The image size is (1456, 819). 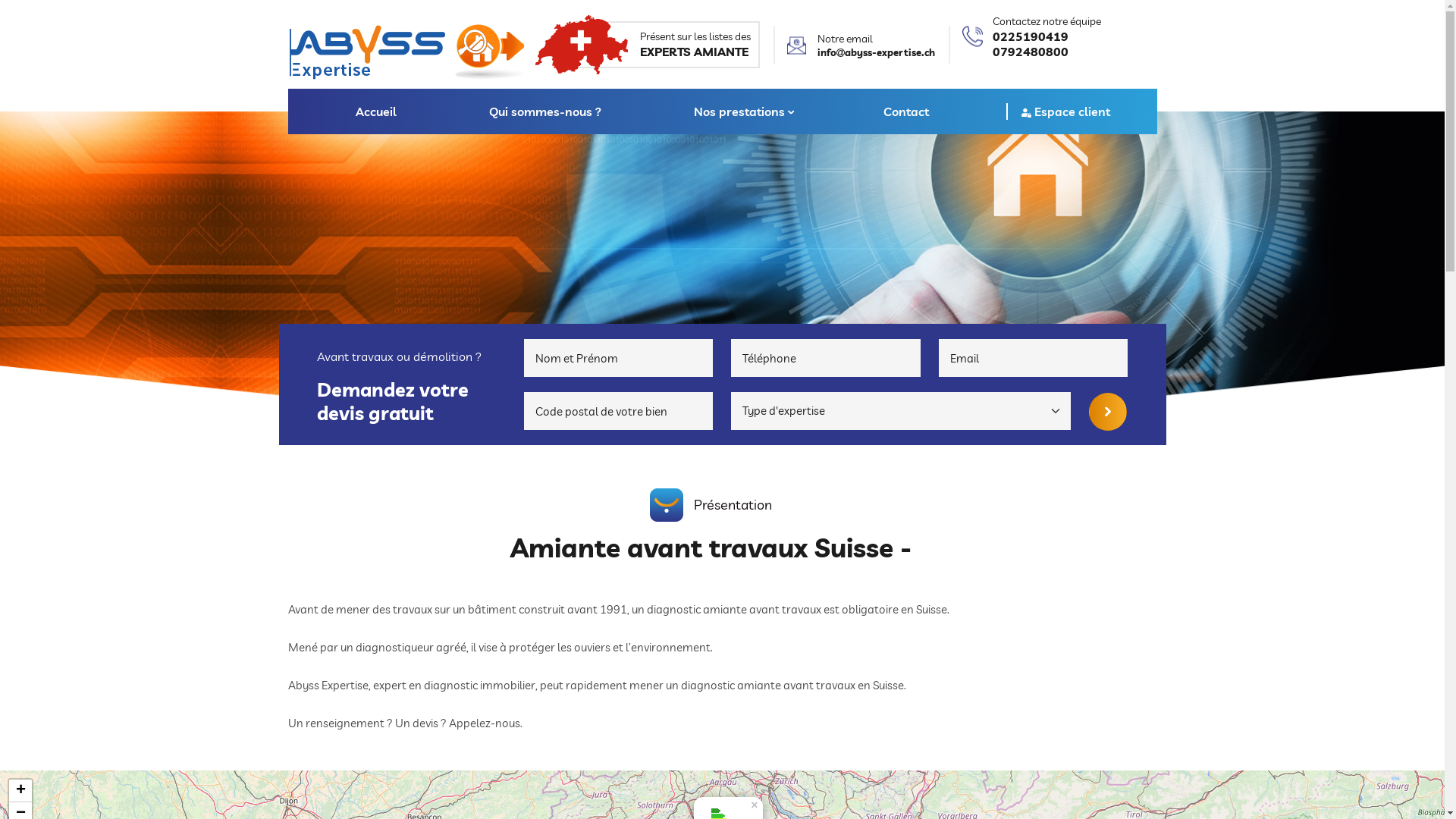 What do you see at coordinates (1107, 412) in the screenshot?
I see `'Send'` at bounding box center [1107, 412].